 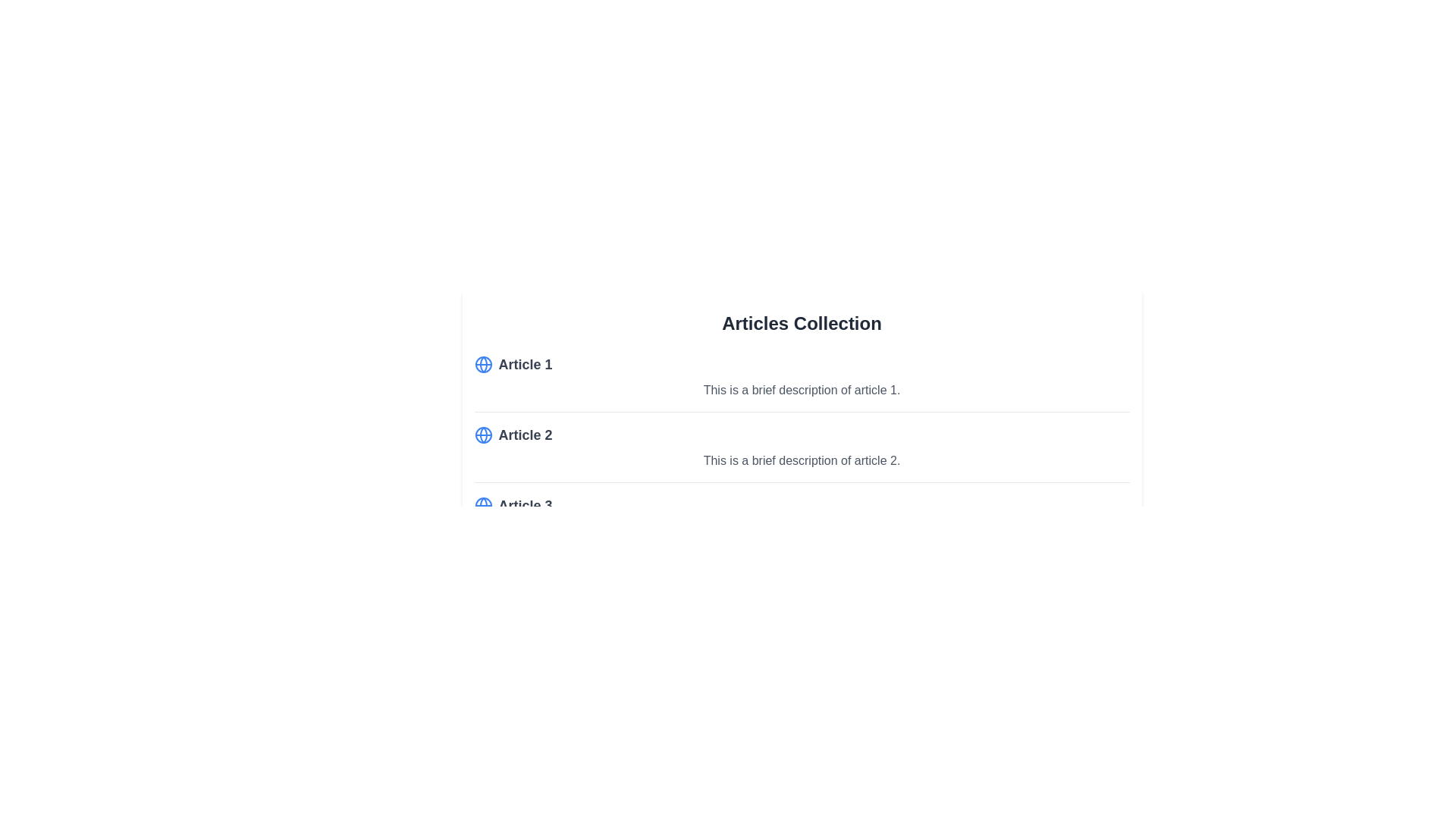 What do you see at coordinates (482, 435) in the screenshot?
I see `the globe icon with a circular outline and intersecting lines, styled in blue, located beside the text 'Article 2' in the structured list` at bounding box center [482, 435].